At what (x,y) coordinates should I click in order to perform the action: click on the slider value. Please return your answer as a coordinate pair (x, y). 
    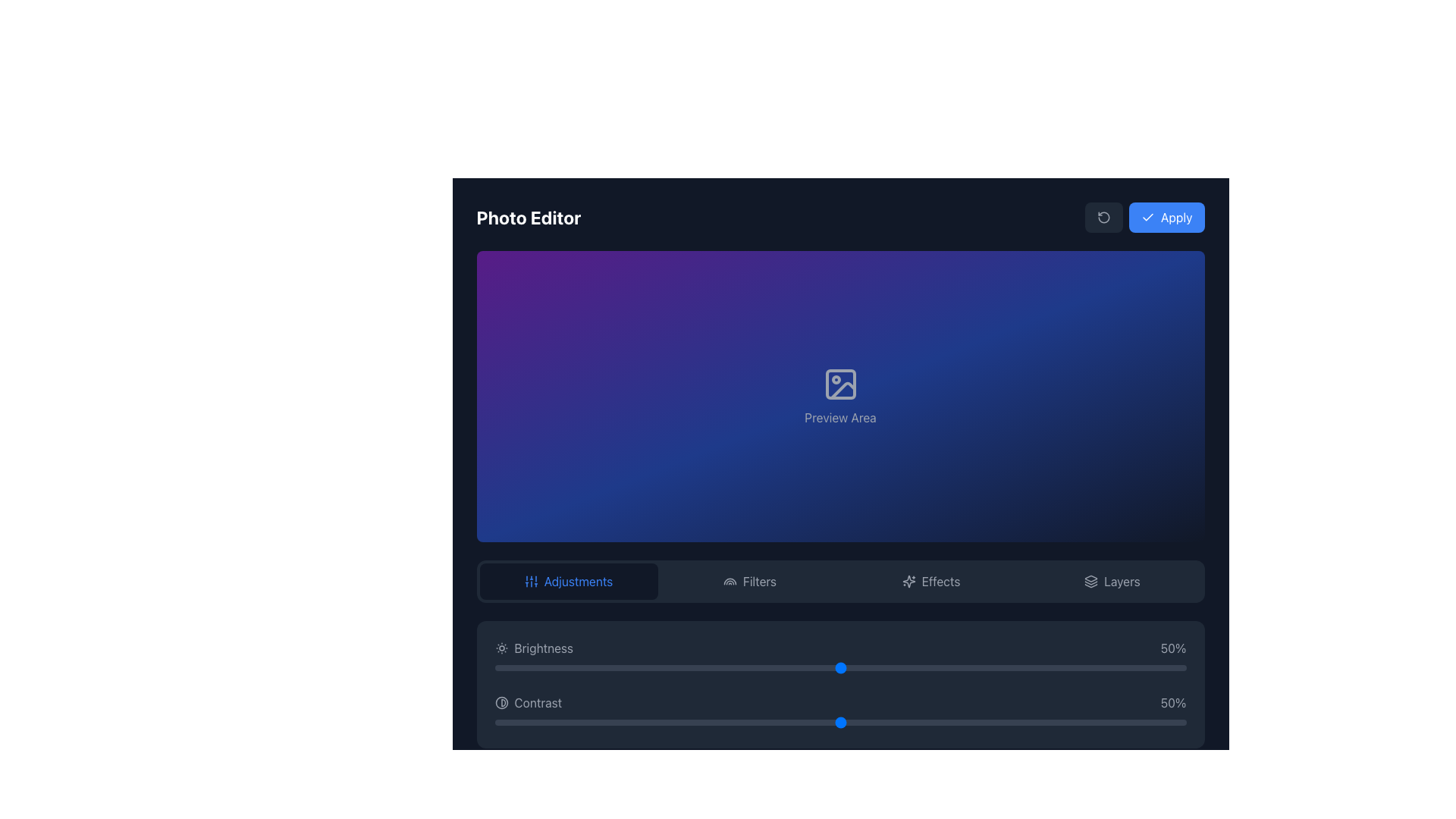
    Looking at the image, I should click on (708, 667).